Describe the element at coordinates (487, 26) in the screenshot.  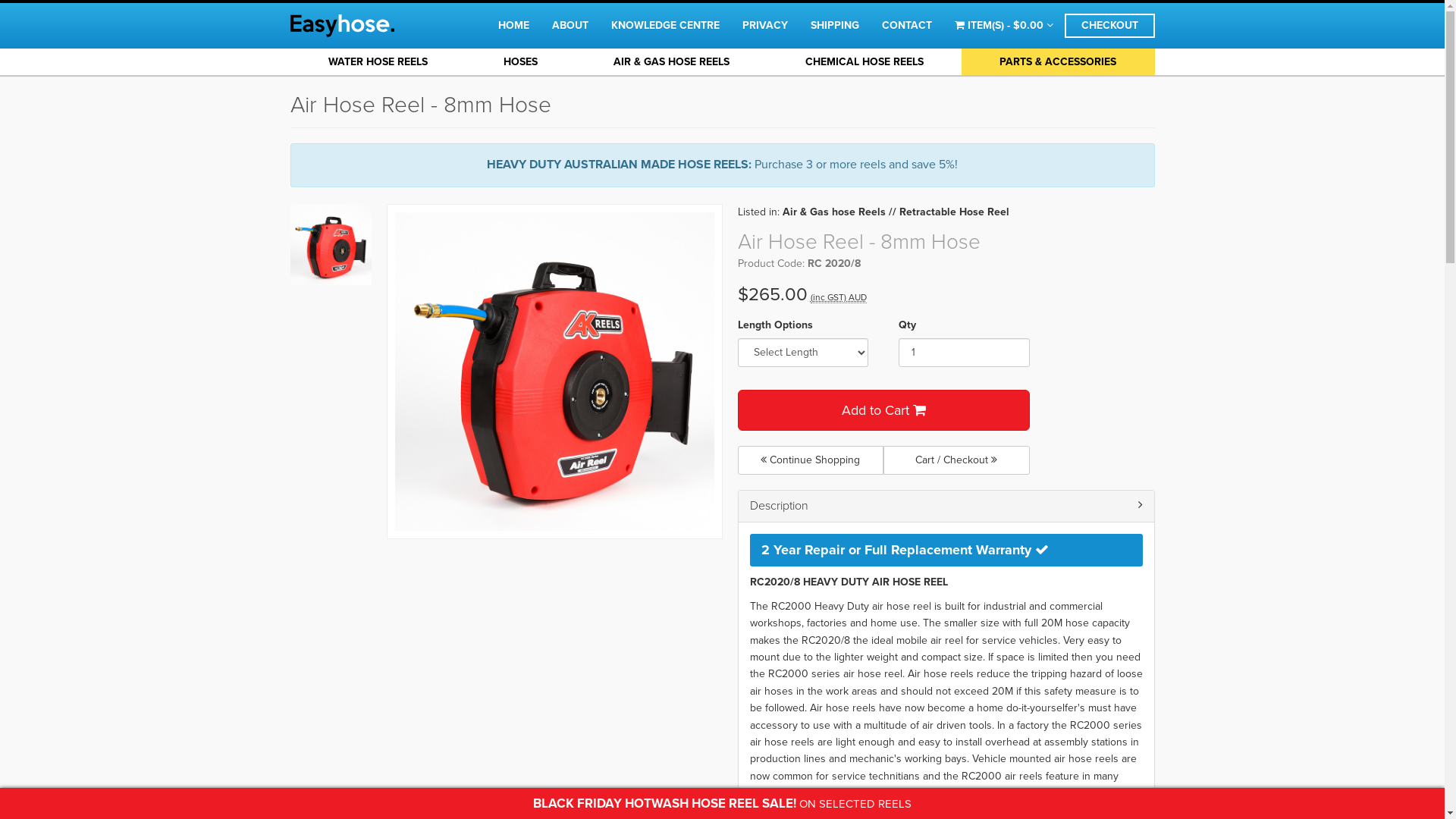
I see `'HOME'` at that location.